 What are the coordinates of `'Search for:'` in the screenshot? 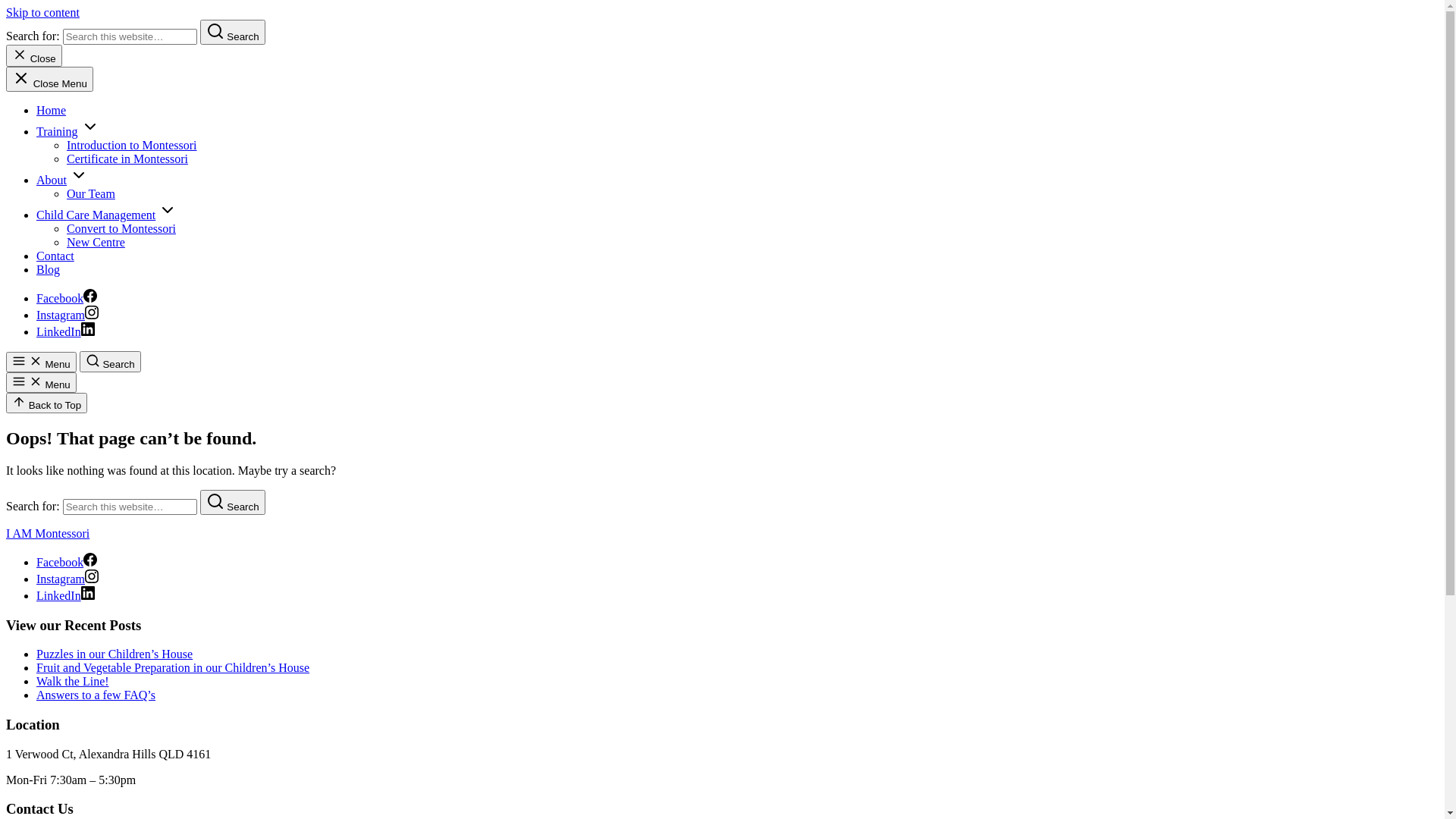 It's located at (61, 507).